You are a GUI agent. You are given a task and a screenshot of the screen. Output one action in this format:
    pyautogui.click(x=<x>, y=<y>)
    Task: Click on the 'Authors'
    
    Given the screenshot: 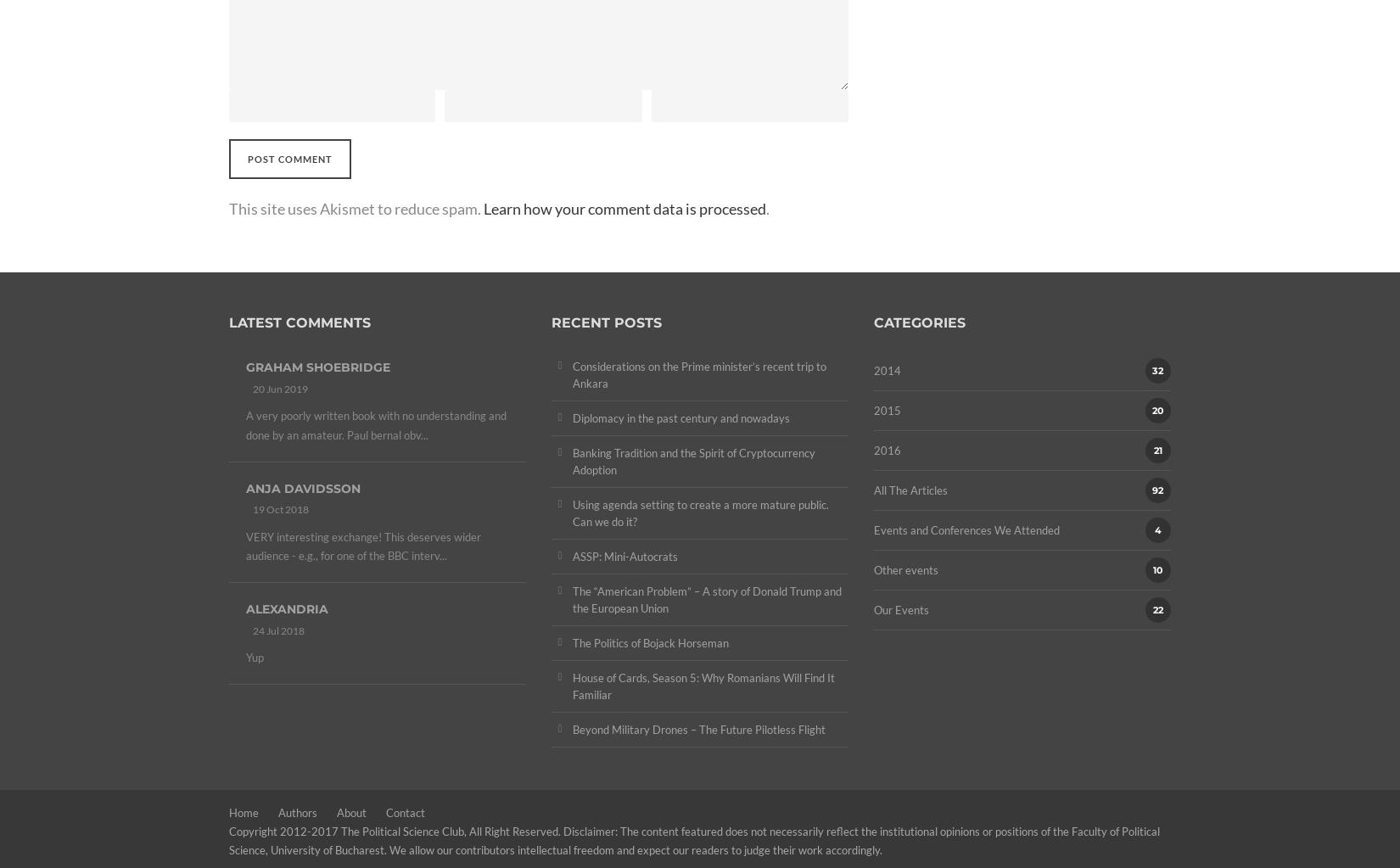 What is the action you would take?
    pyautogui.click(x=297, y=813)
    